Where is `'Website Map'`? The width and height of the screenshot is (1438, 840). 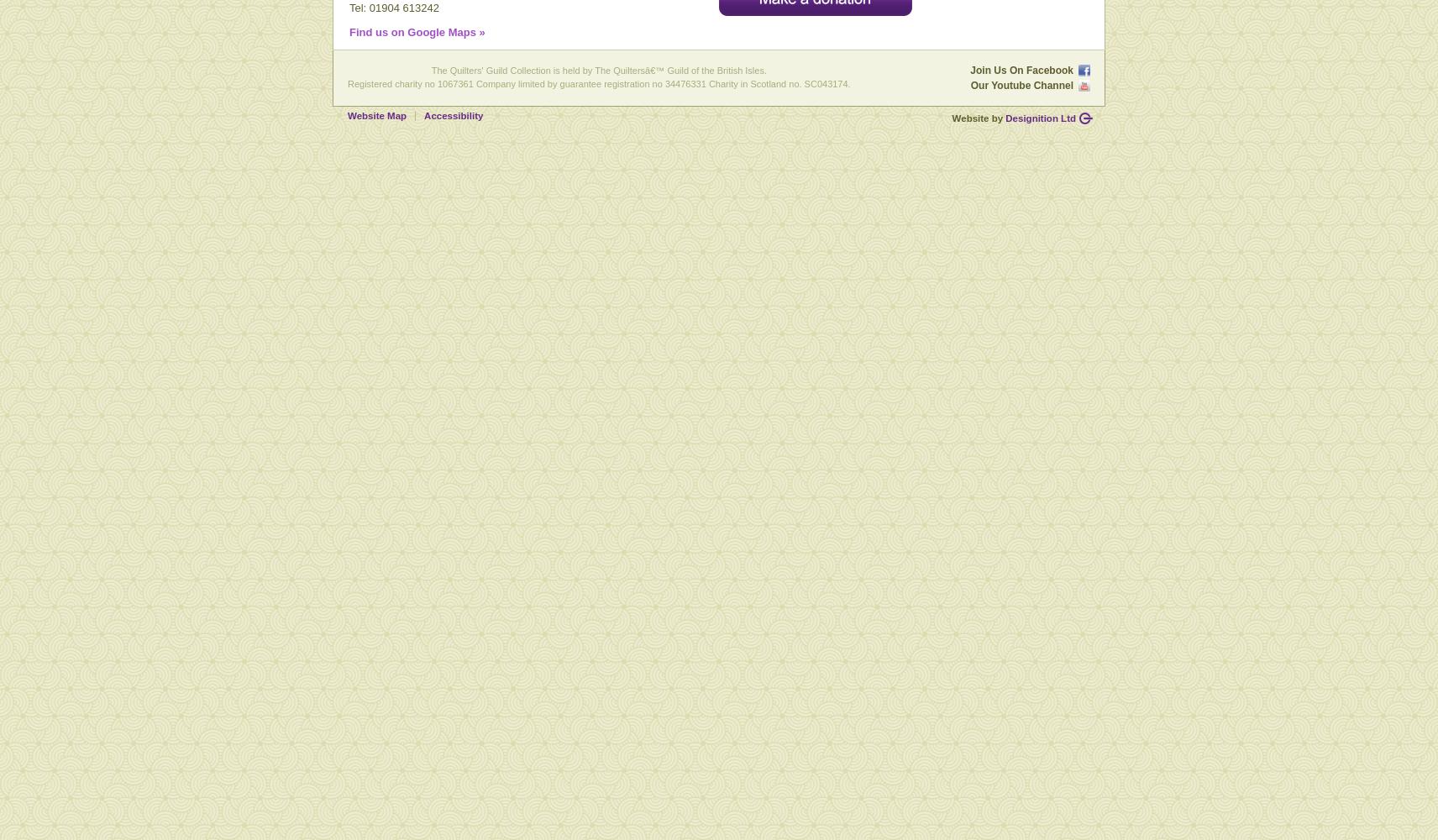 'Website Map' is located at coordinates (376, 115).